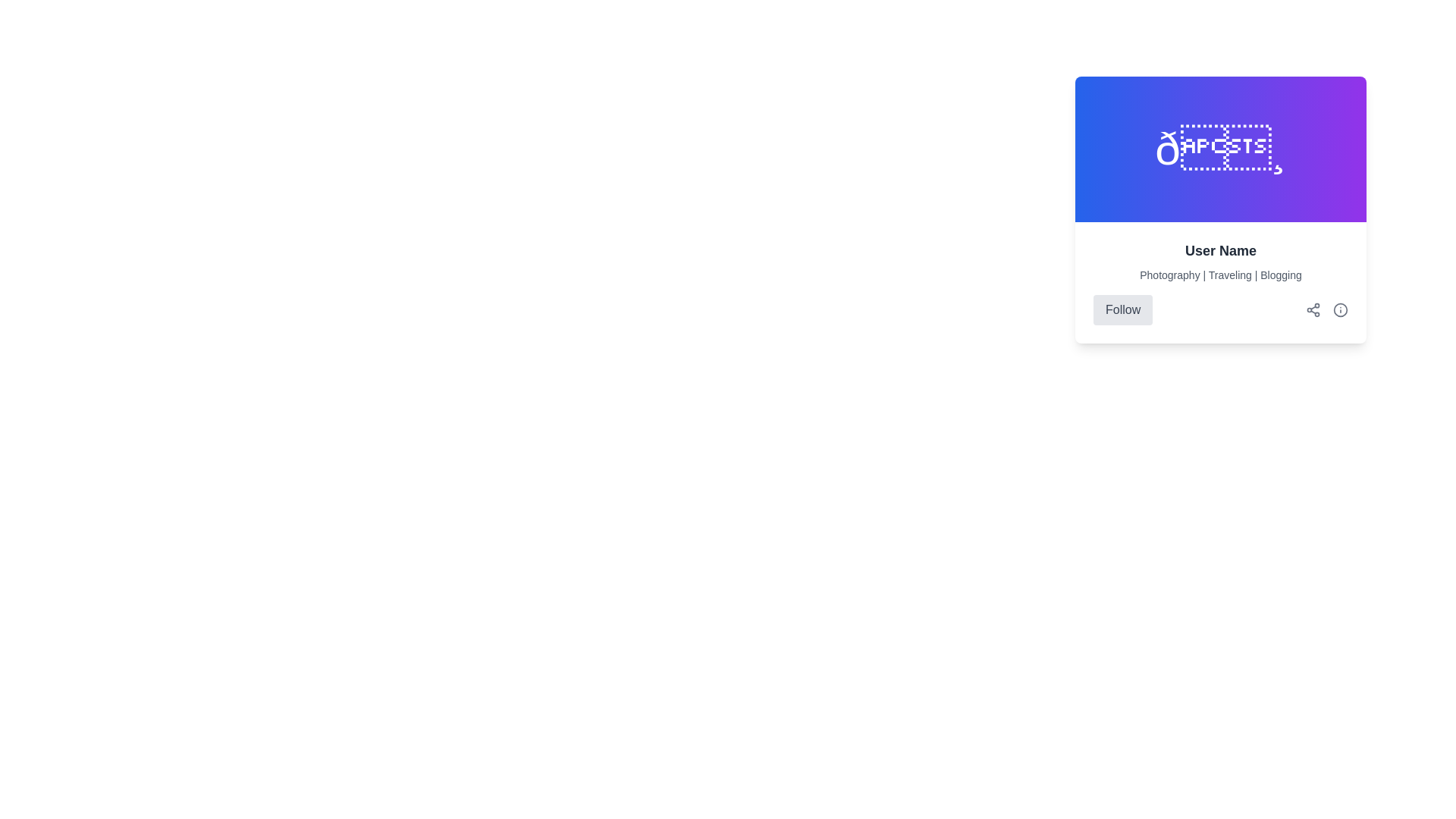  Describe the element at coordinates (1220, 149) in the screenshot. I see `the image or graphic banner at the top section of the card layout that represents the profile or thematic content` at that location.